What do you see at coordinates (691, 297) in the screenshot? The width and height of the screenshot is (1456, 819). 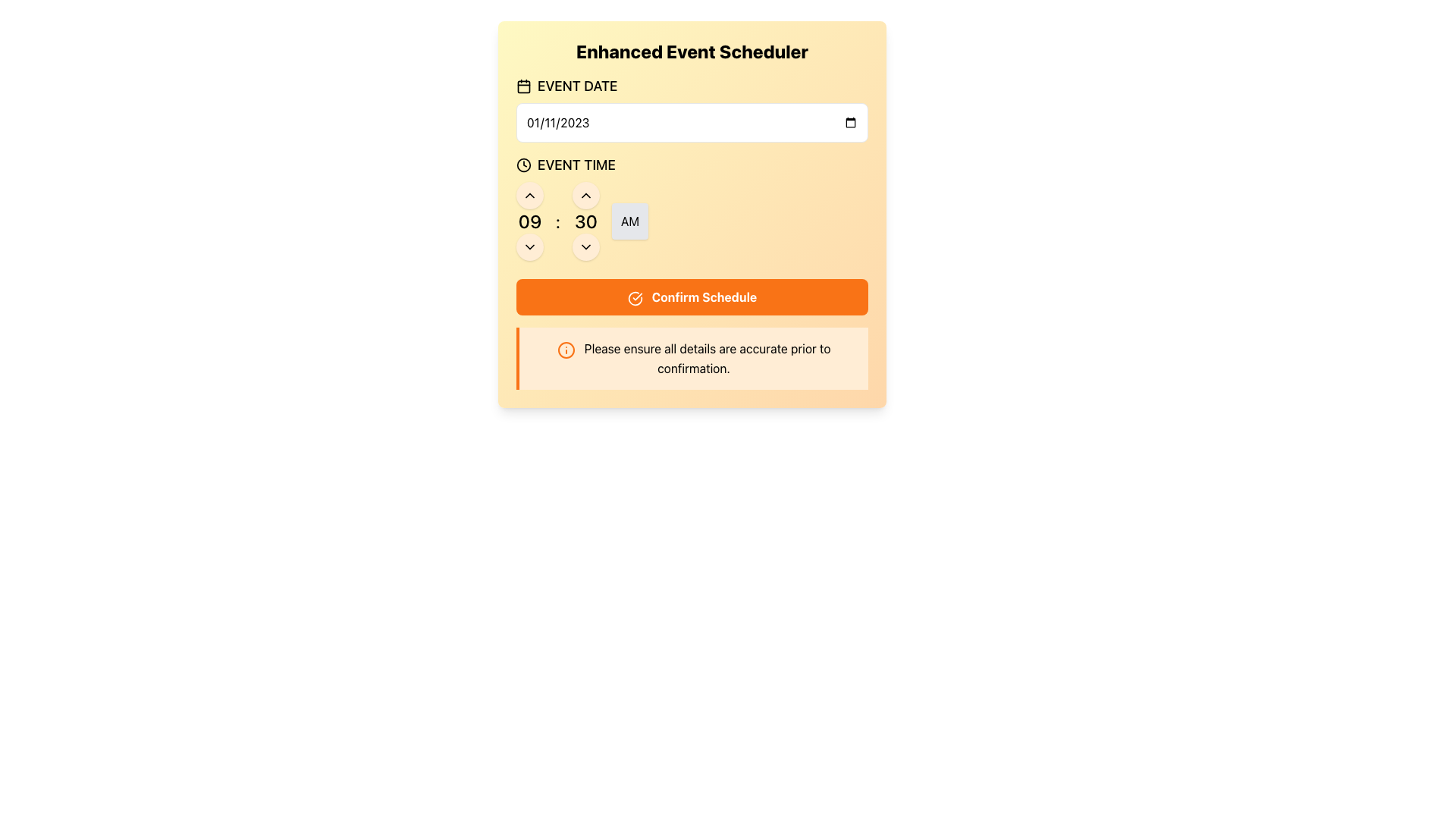 I see `the confirm button located in the 'Enhanced Event Scheduler' section to finalize the scheduling of an event` at bounding box center [691, 297].